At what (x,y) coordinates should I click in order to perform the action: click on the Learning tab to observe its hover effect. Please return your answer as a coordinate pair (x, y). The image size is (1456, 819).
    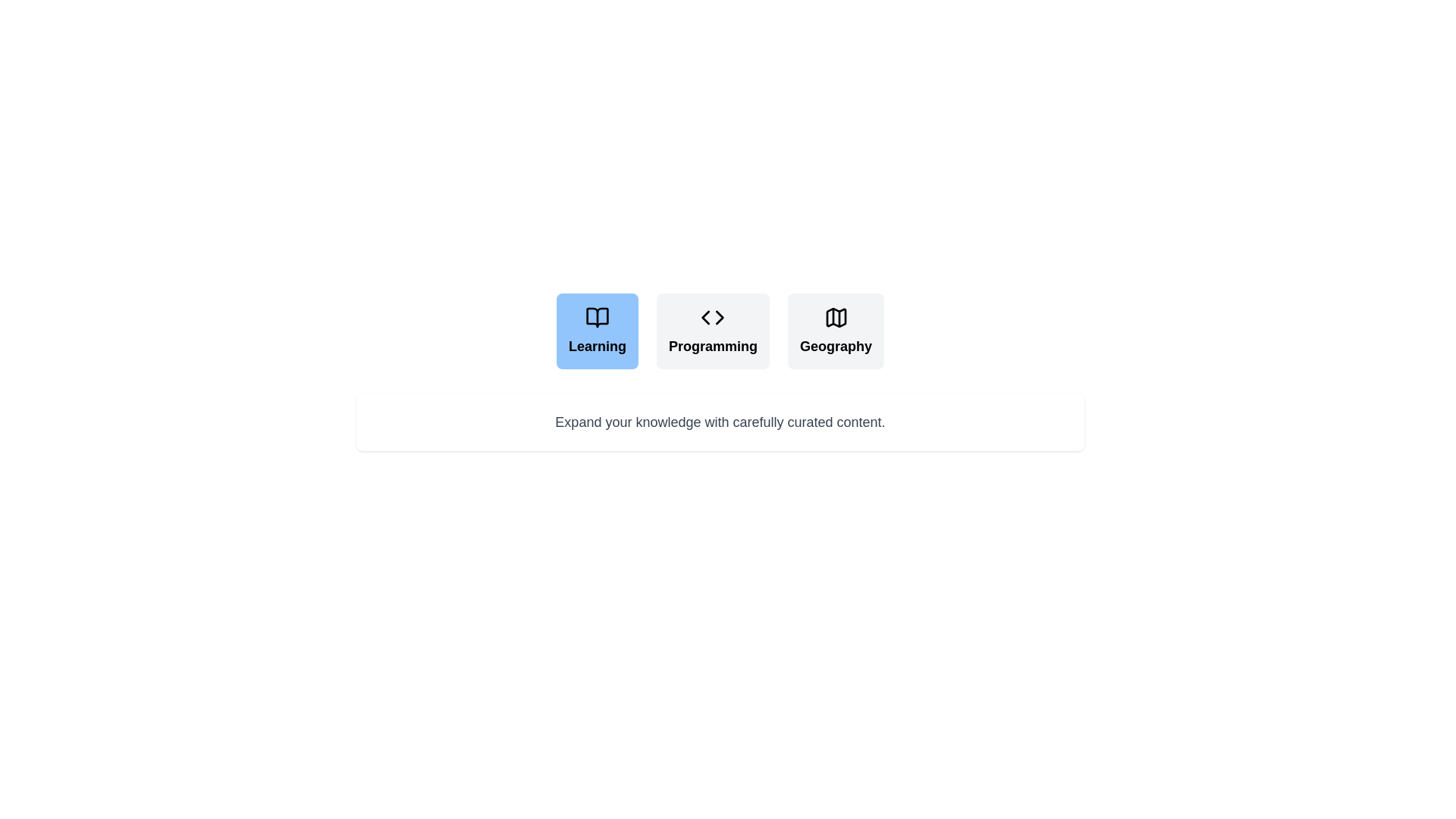
    Looking at the image, I should click on (596, 330).